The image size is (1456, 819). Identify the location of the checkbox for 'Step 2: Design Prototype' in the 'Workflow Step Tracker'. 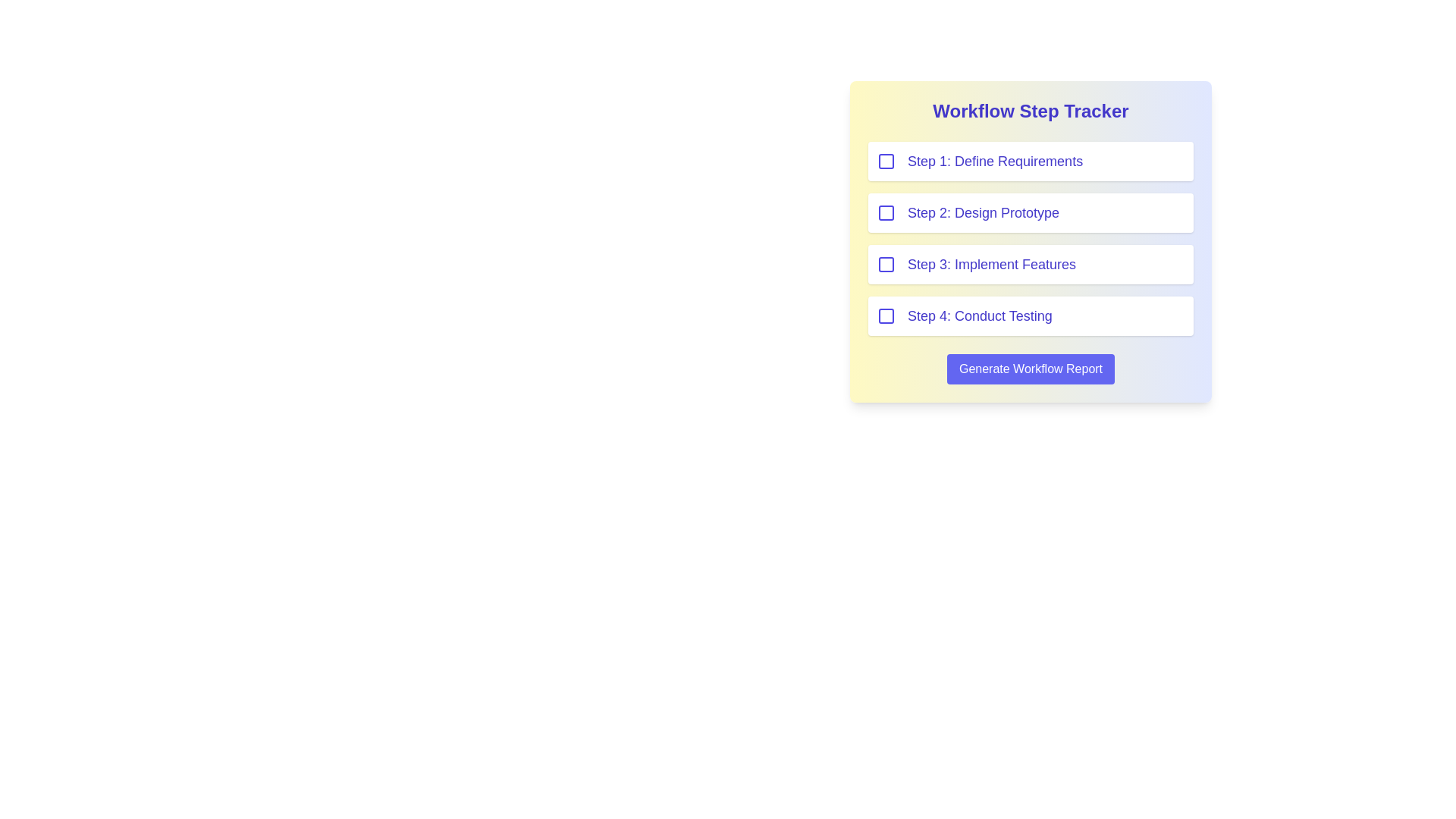
(886, 213).